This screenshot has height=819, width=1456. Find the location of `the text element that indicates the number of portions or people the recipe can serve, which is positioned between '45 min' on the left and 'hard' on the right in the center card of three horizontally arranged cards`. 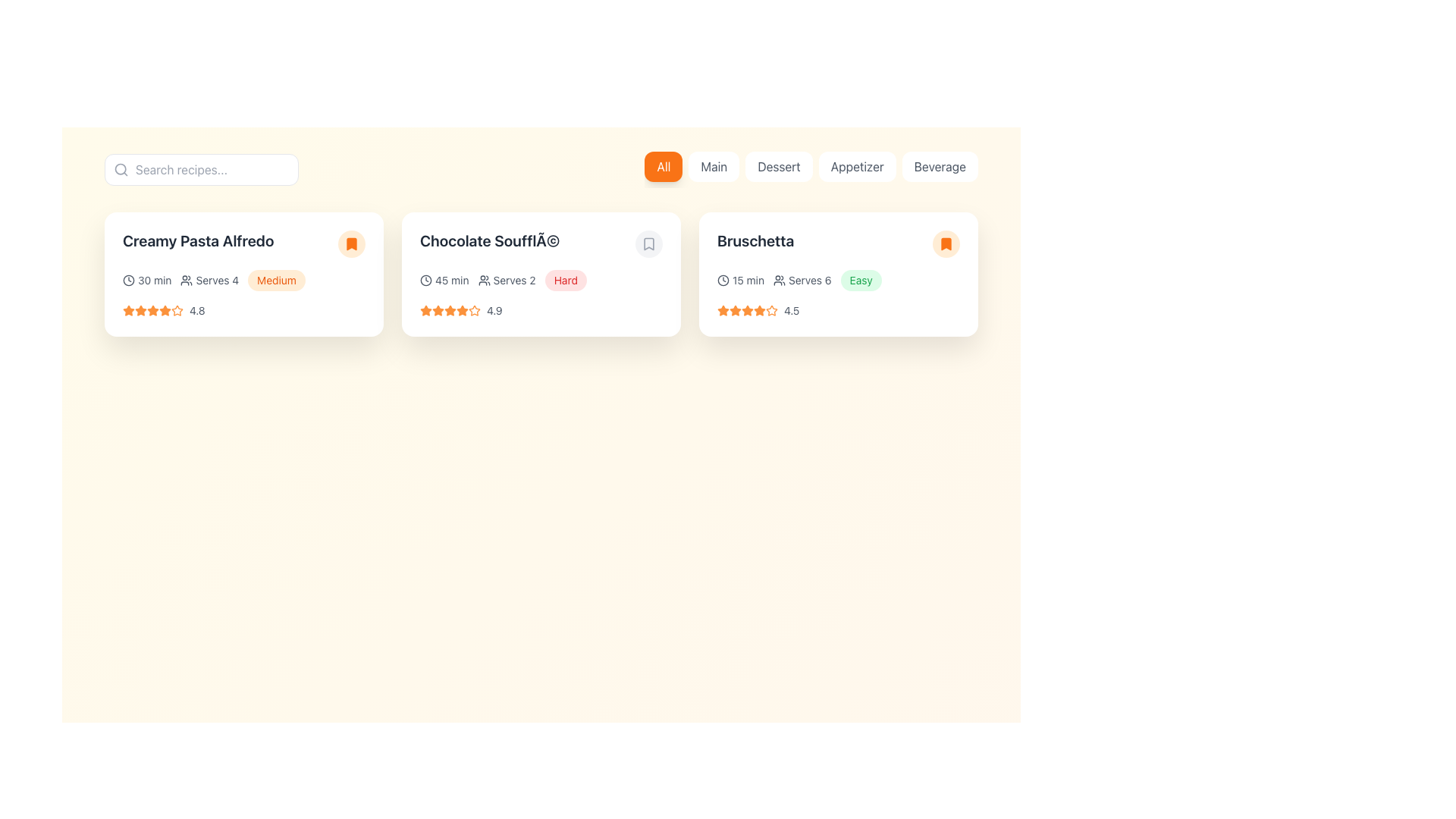

the text element that indicates the number of portions or people the recipe can serve, which is positioned between '45 min' on the left and 'hard' on the right in the center card of three horizontally arranged cards is located at coordinates (507, 281).